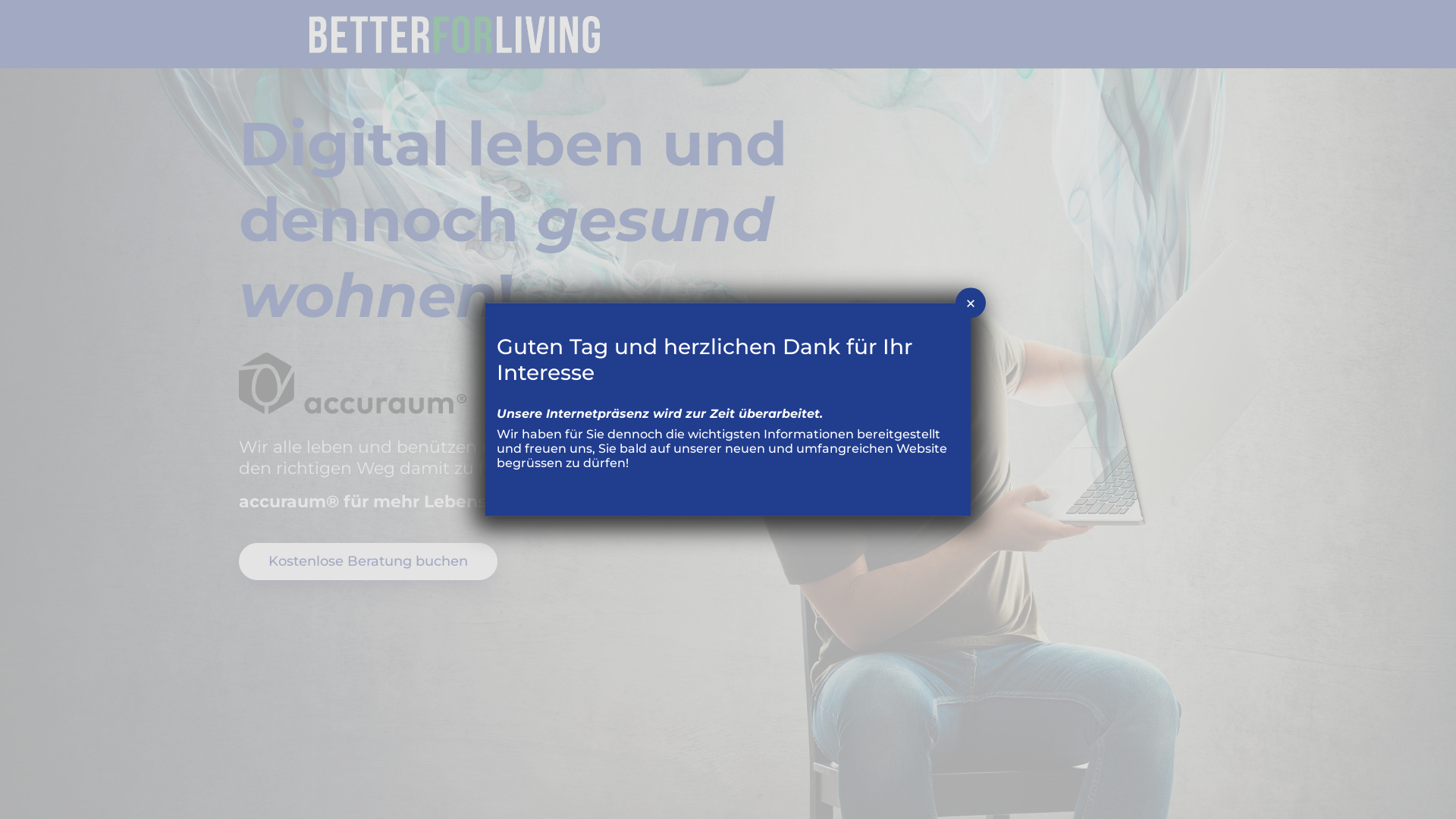 The width and height of the screenshot is (1456, 819). Describe the element at coordinates (368, 561) in the screenshot. I see `'Kostenlose Beratung buchen'` at that location.